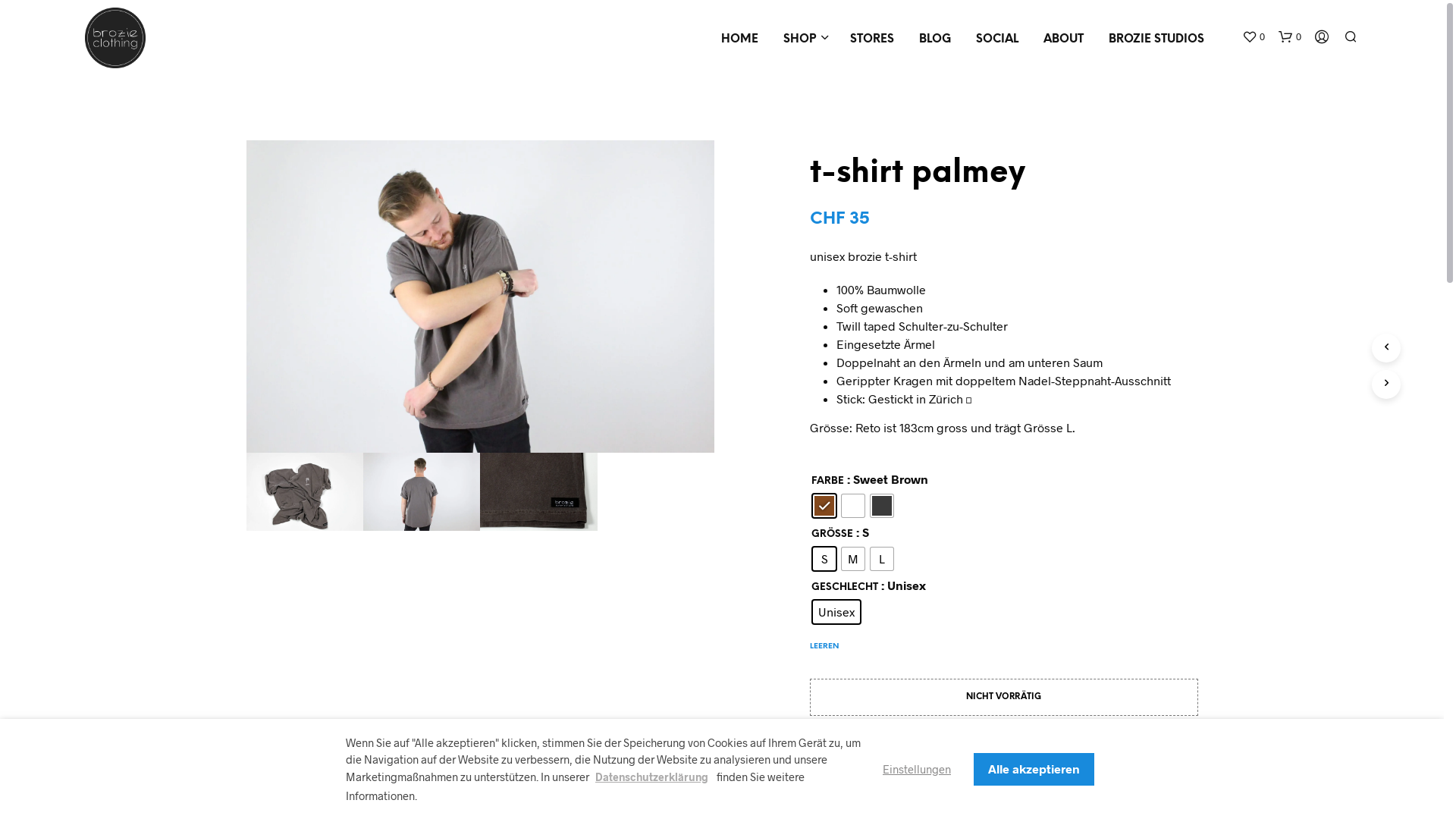 The image size is (1456, 819). I want to click on '0', so click(1253, 36).